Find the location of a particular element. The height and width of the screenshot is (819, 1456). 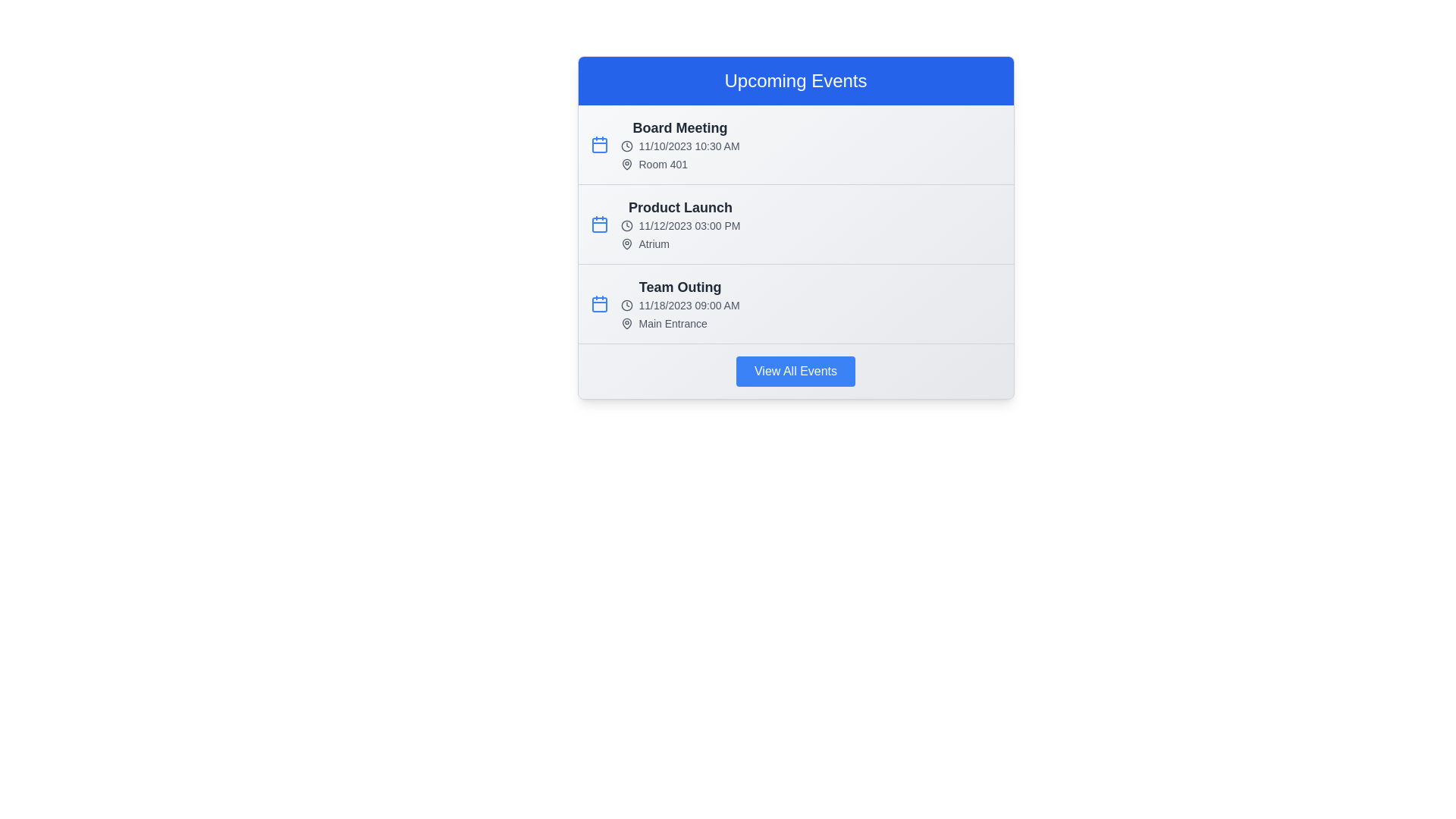

the icon that indicates the associated time information for the event on the left of the date '11/12/2023 03:00 PM' under 'Upcoming Events' is located at coordinates (626, 225).